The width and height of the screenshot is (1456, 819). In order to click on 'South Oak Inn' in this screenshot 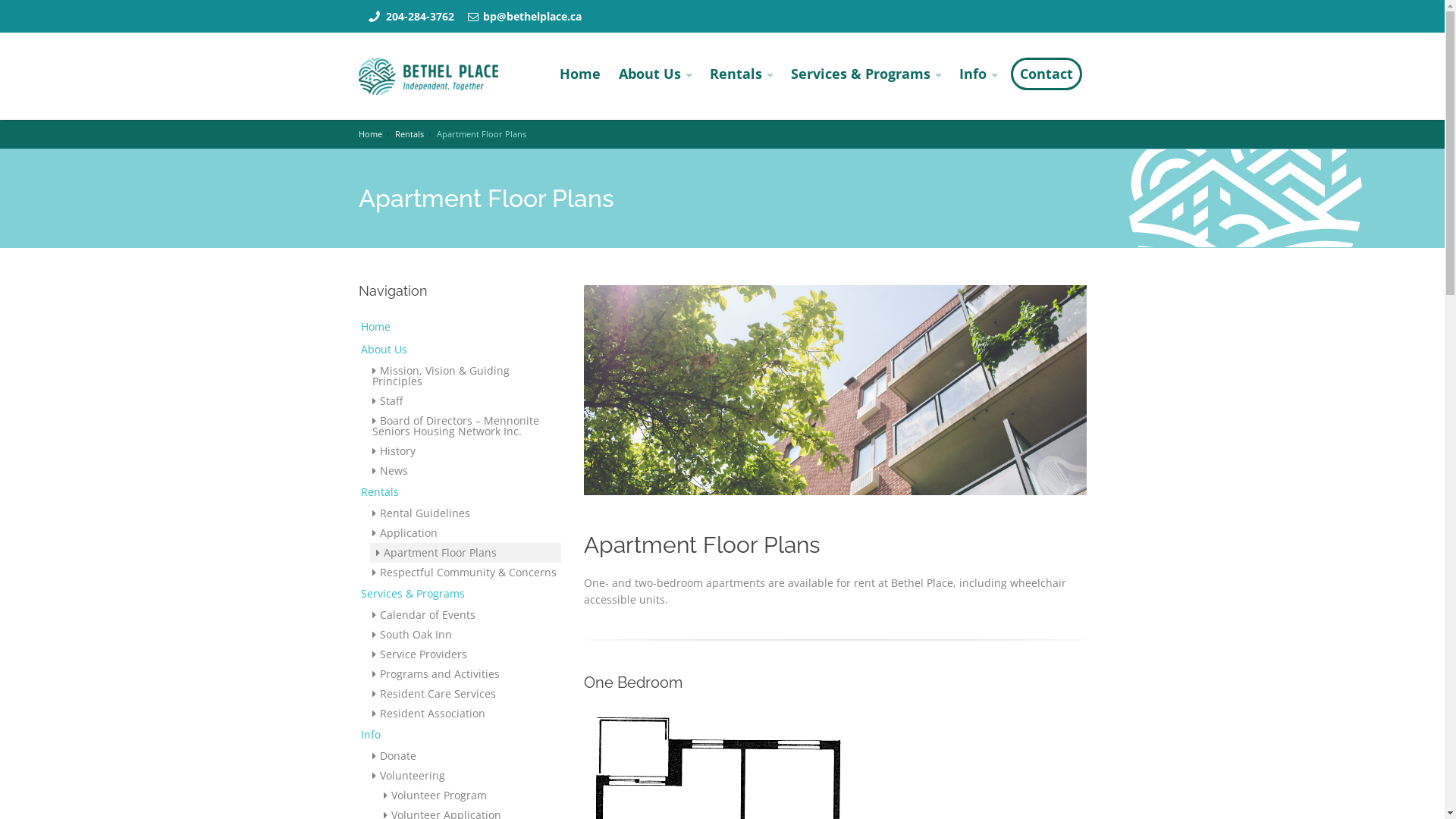, I will do `click(465, 635)`.